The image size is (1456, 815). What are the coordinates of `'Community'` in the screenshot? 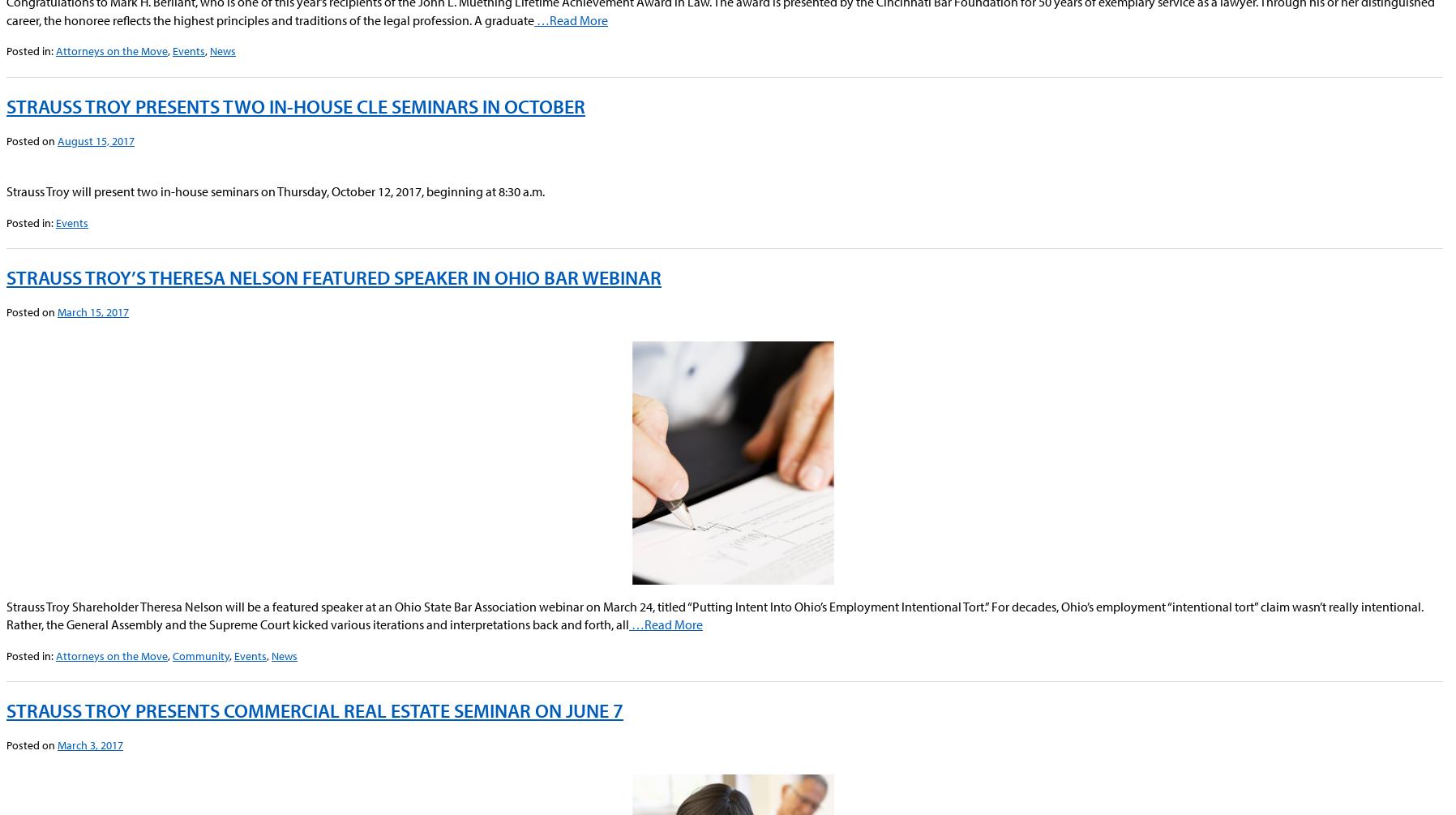 It's located at (201, 655).